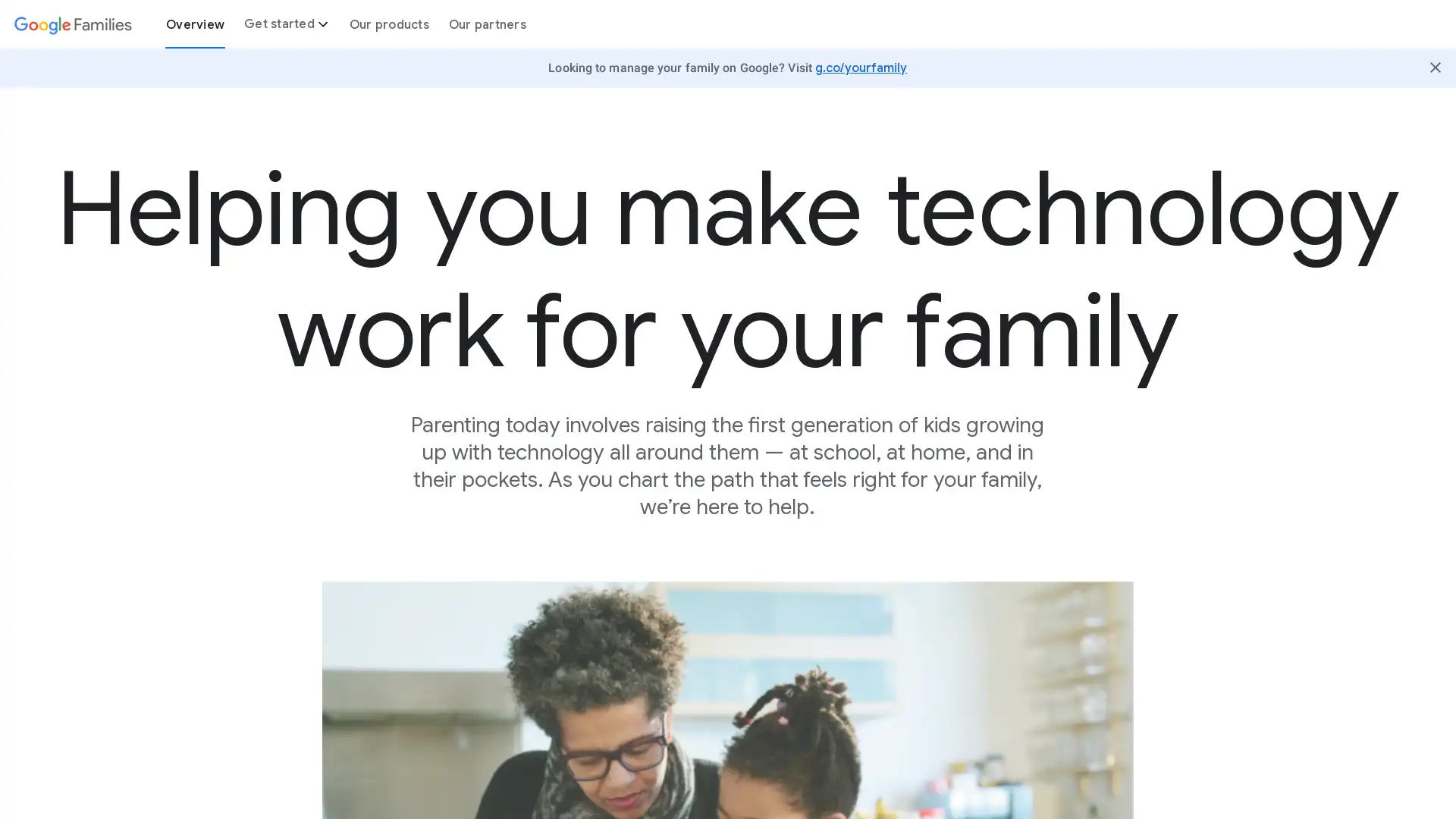 The image size is (1456, 819). What do you see at coordinates (1434, 66) in the screenshot?
I see `Close Butter Bar` at bounding box center [1434, 66].